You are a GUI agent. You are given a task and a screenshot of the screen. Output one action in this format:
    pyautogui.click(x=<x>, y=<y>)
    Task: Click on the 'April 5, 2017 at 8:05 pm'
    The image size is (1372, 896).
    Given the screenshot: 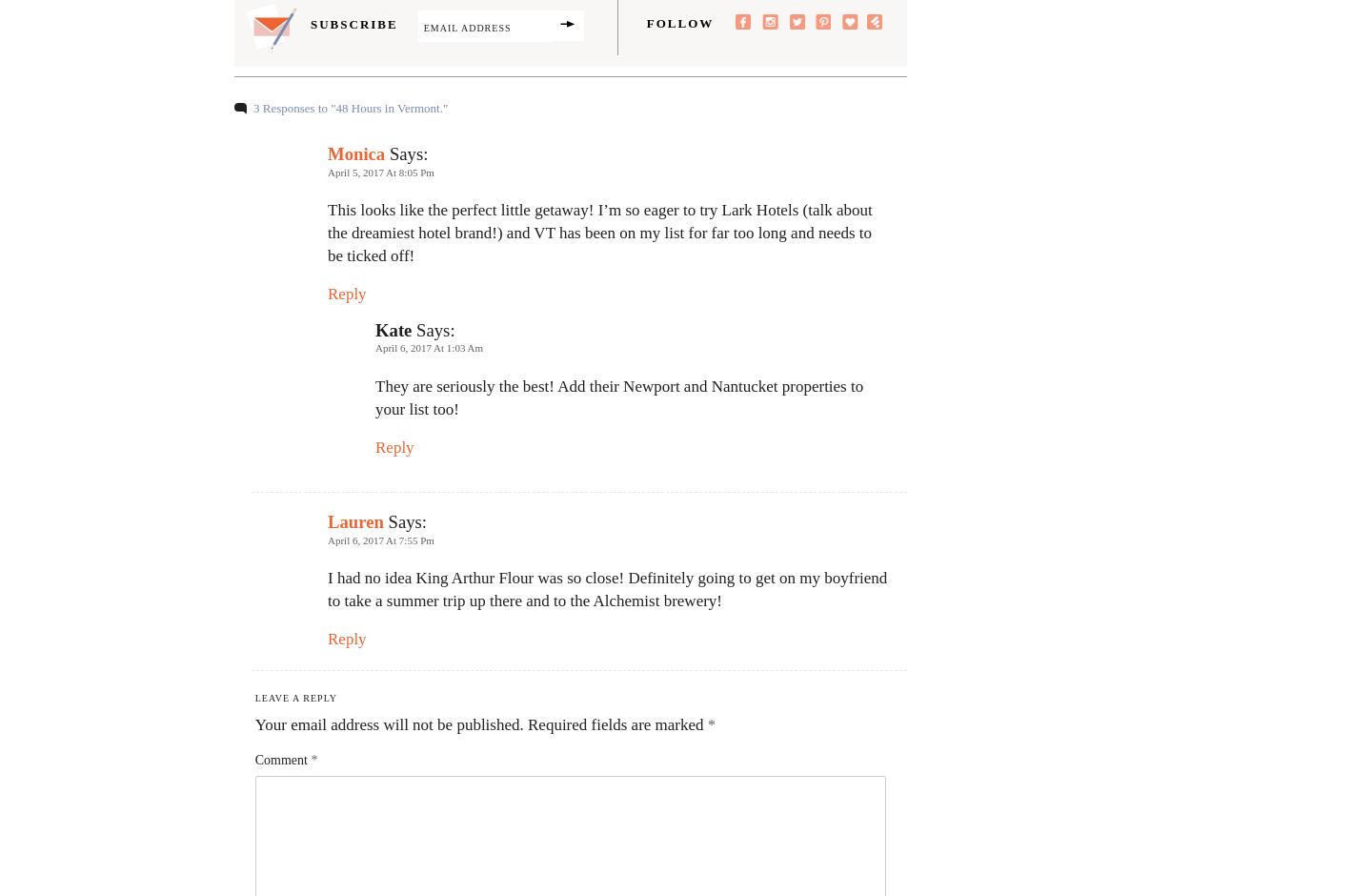 What is the action you would take?
    pyautogui.click(x=379, y=172)
    